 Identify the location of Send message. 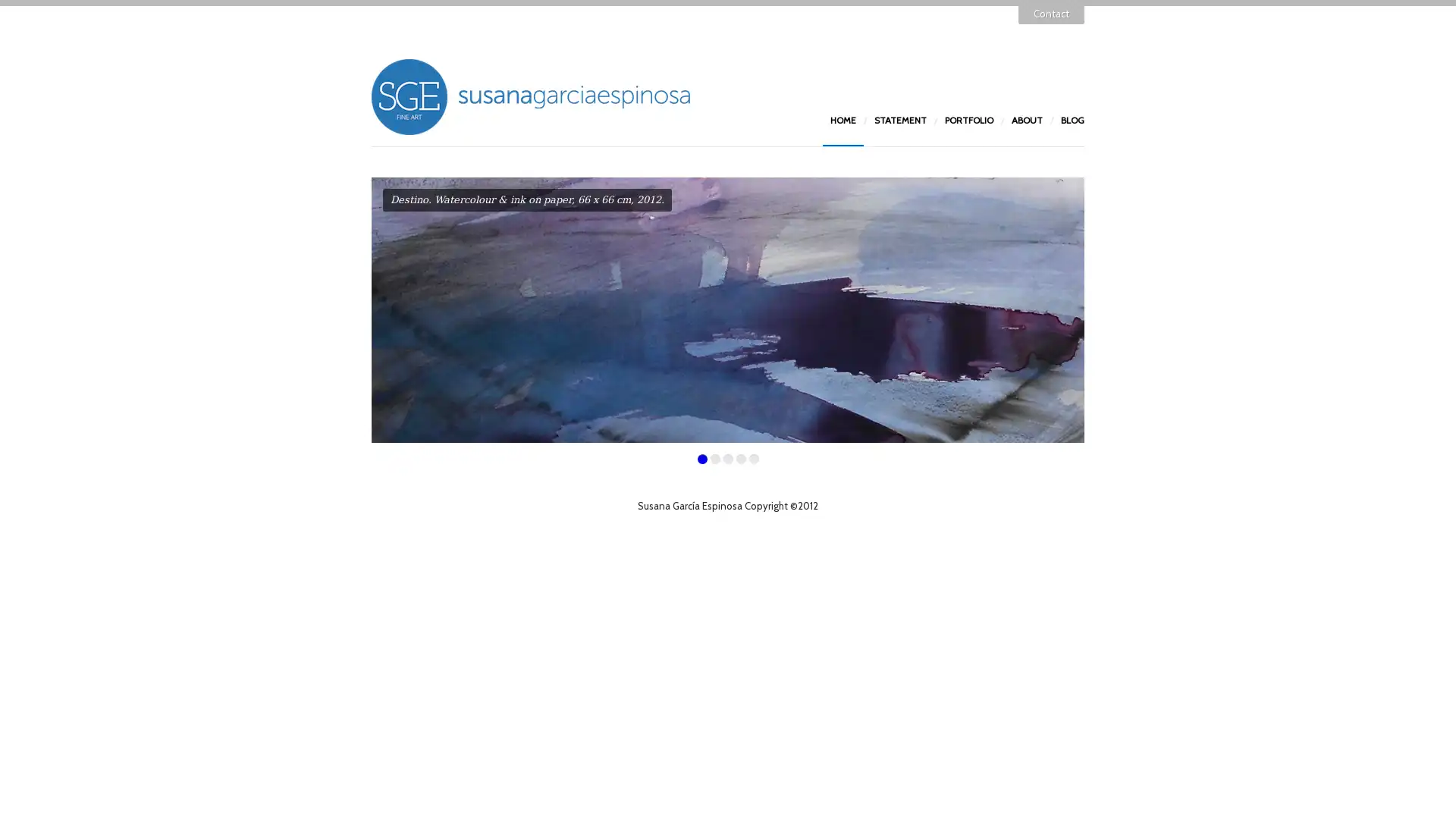
(654, 251).